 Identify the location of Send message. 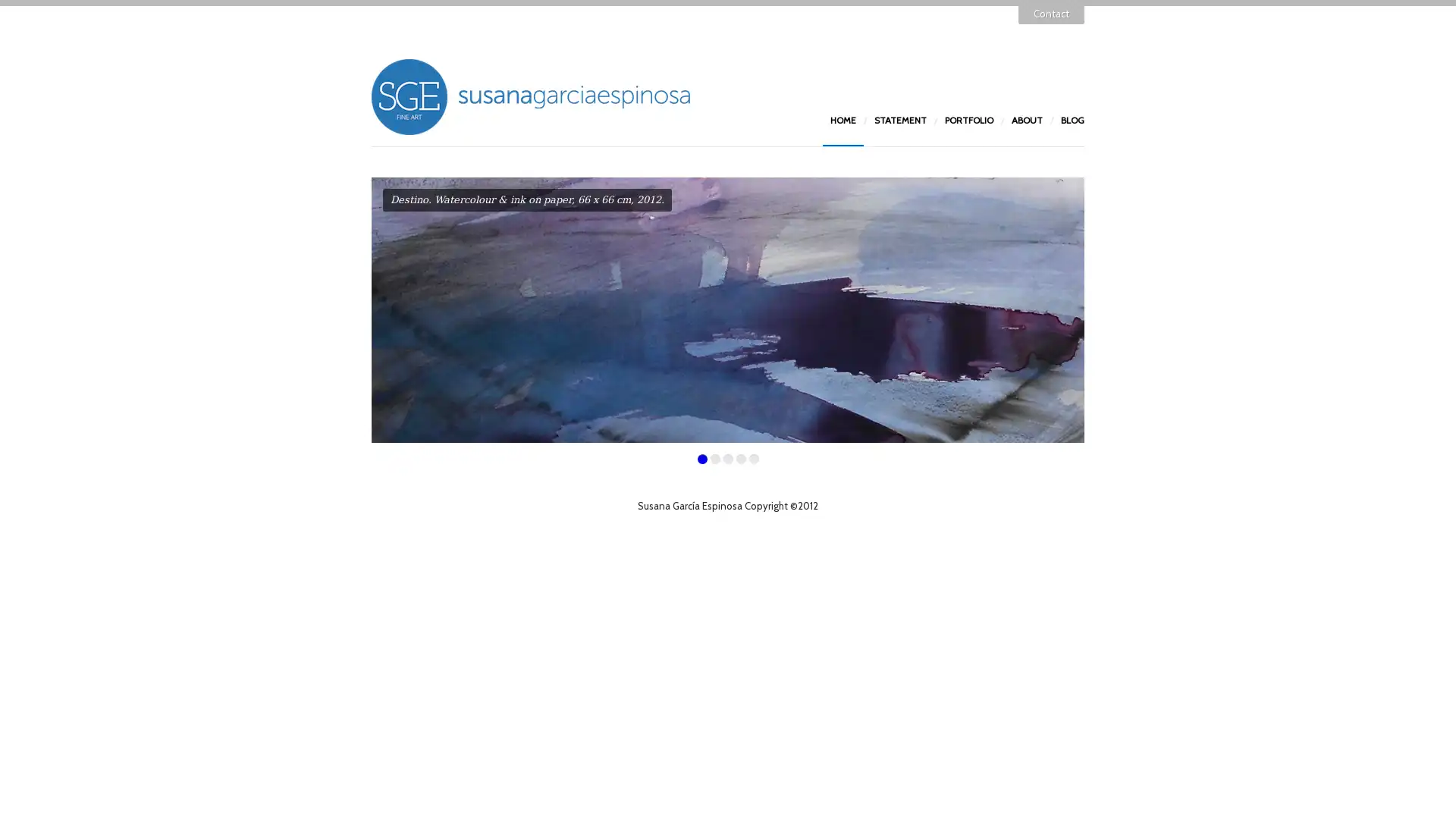
(654, 251).